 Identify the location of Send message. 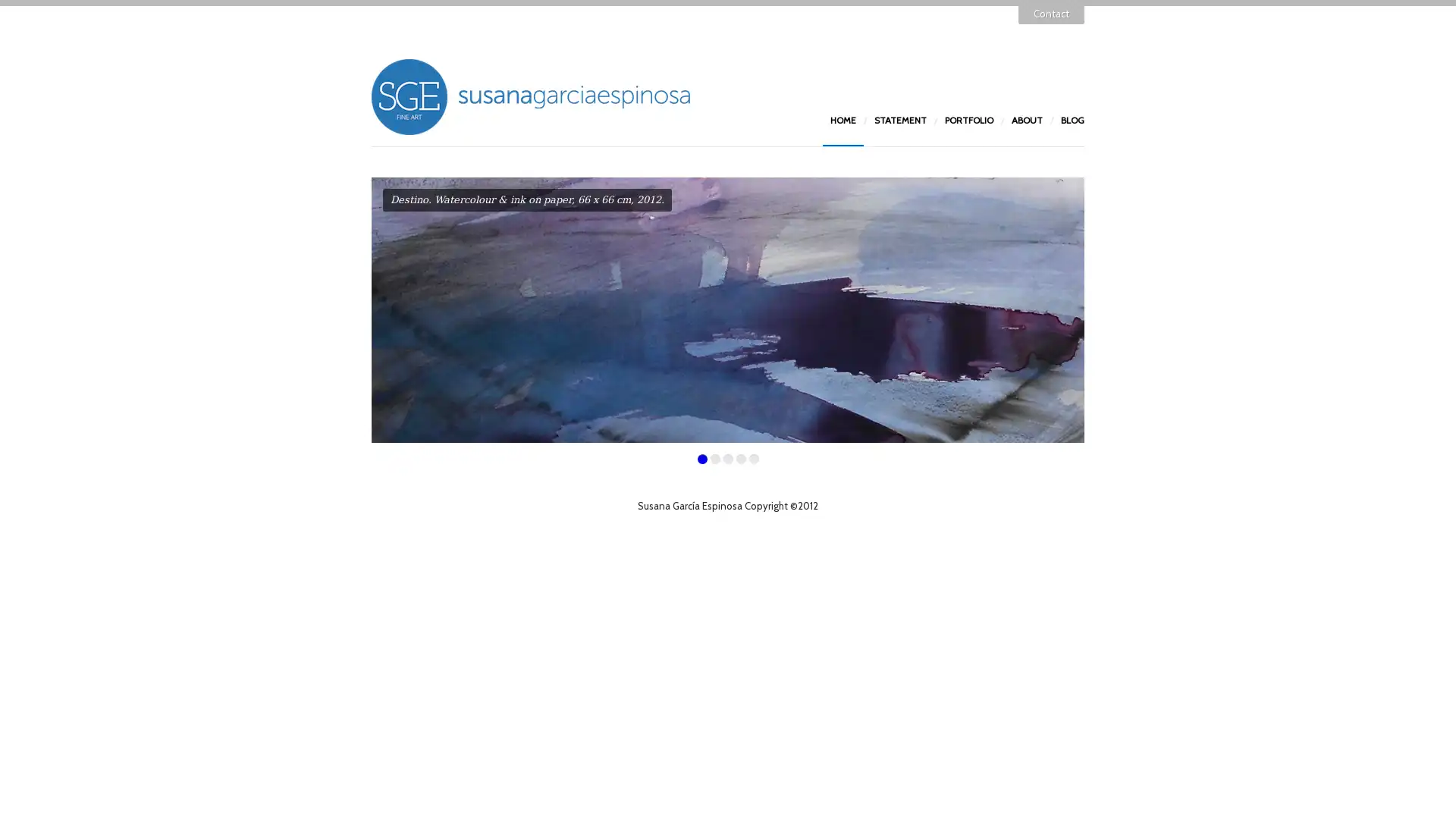
(654, 251).